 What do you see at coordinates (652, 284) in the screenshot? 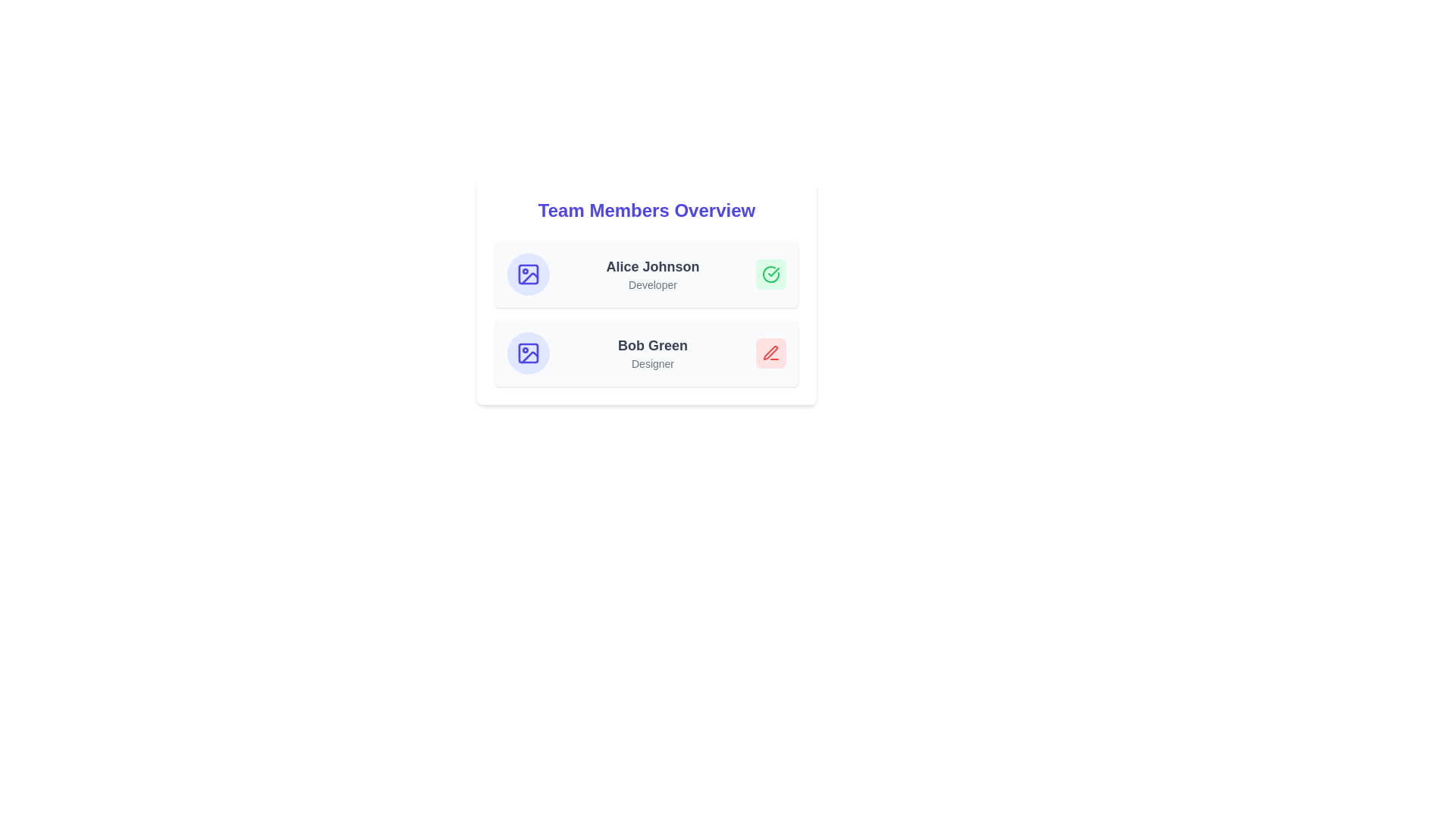
I see `the role of the team member to edit it` at bounding box center [652, 284].